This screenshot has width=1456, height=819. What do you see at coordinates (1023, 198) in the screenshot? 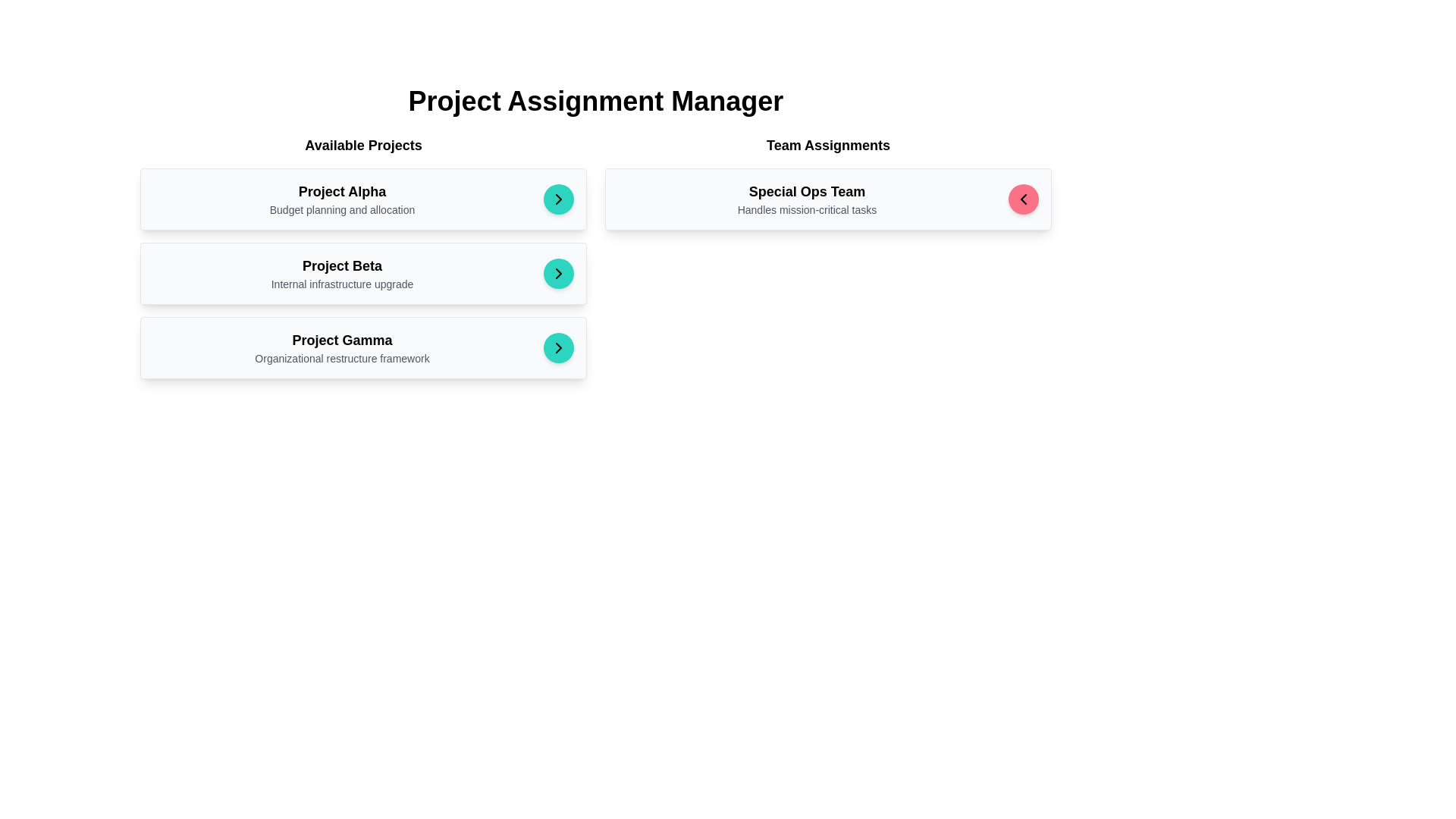
I see `the navigation back button, which is a black left-pointing chevron icon centered within a solid pink circular button, located in the top-right corner of the 'Team Assignments' card` at bounding box center [1023, 198].